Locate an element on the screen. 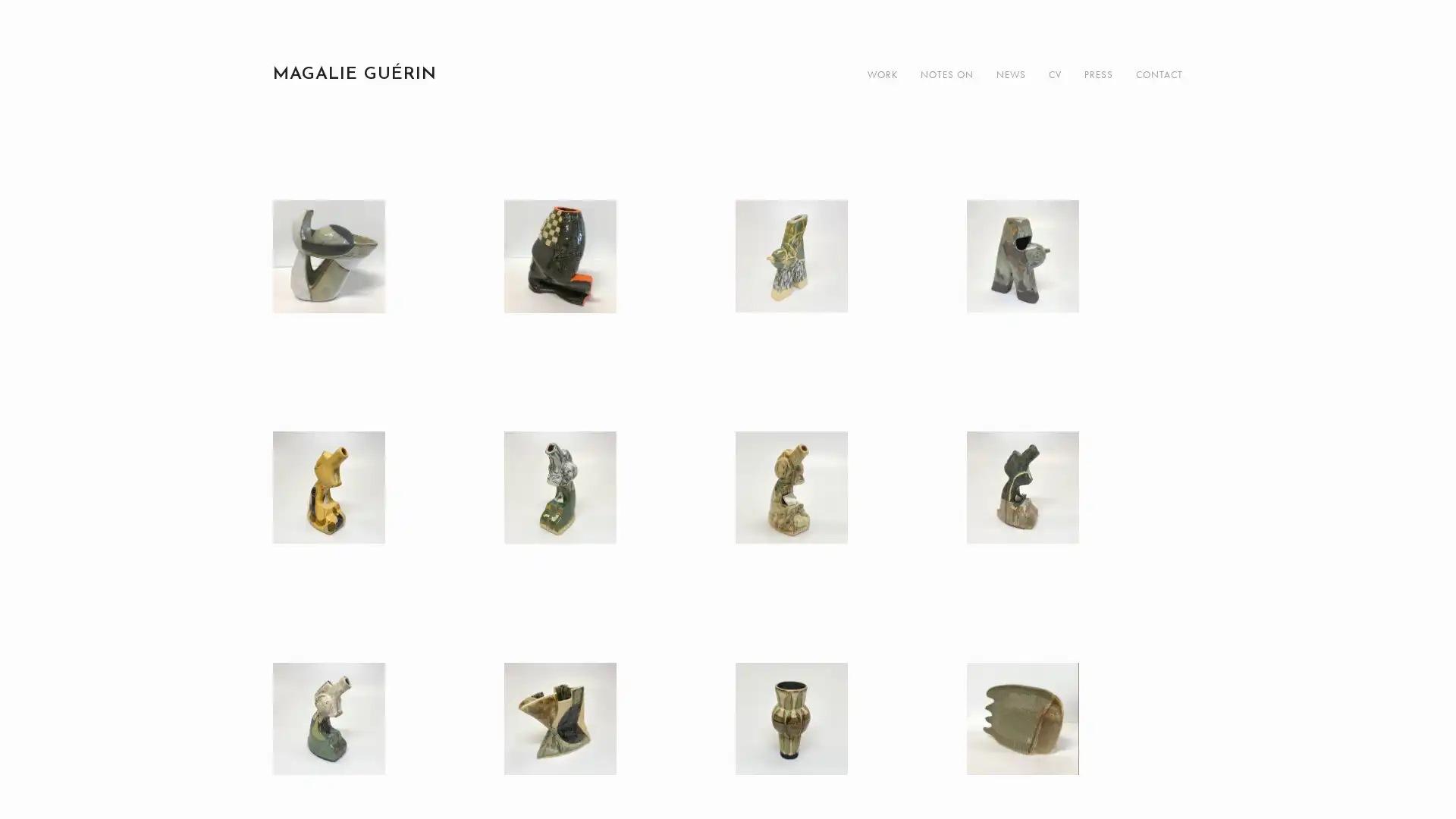 This screenshot has height=819, width=1456. View fullsize IMG_7742.jpg is located at coordinates (612, 538).